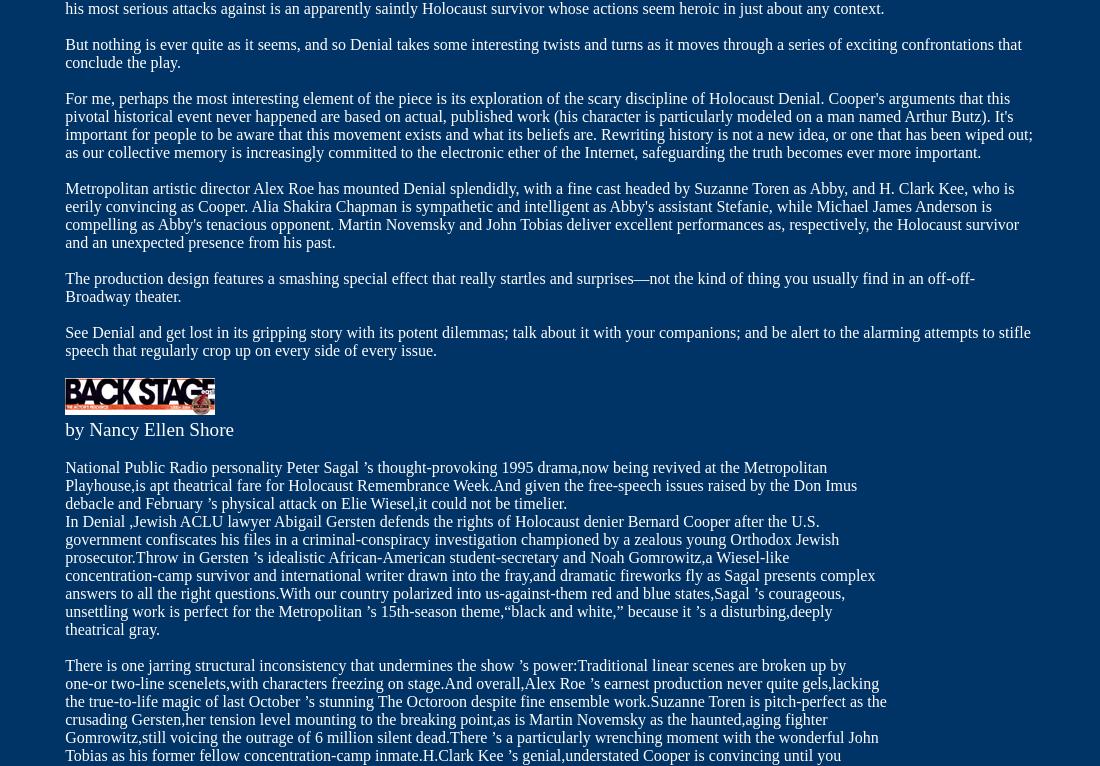 Image resolution: width=1100 pixels, height=766 pixels. Describe the element at coordinates (315, 503) in the screenshot. I see `'debacle
and
February
’s
physical
attack on Elie Wiesel,it could not be timelier.'` at that location.